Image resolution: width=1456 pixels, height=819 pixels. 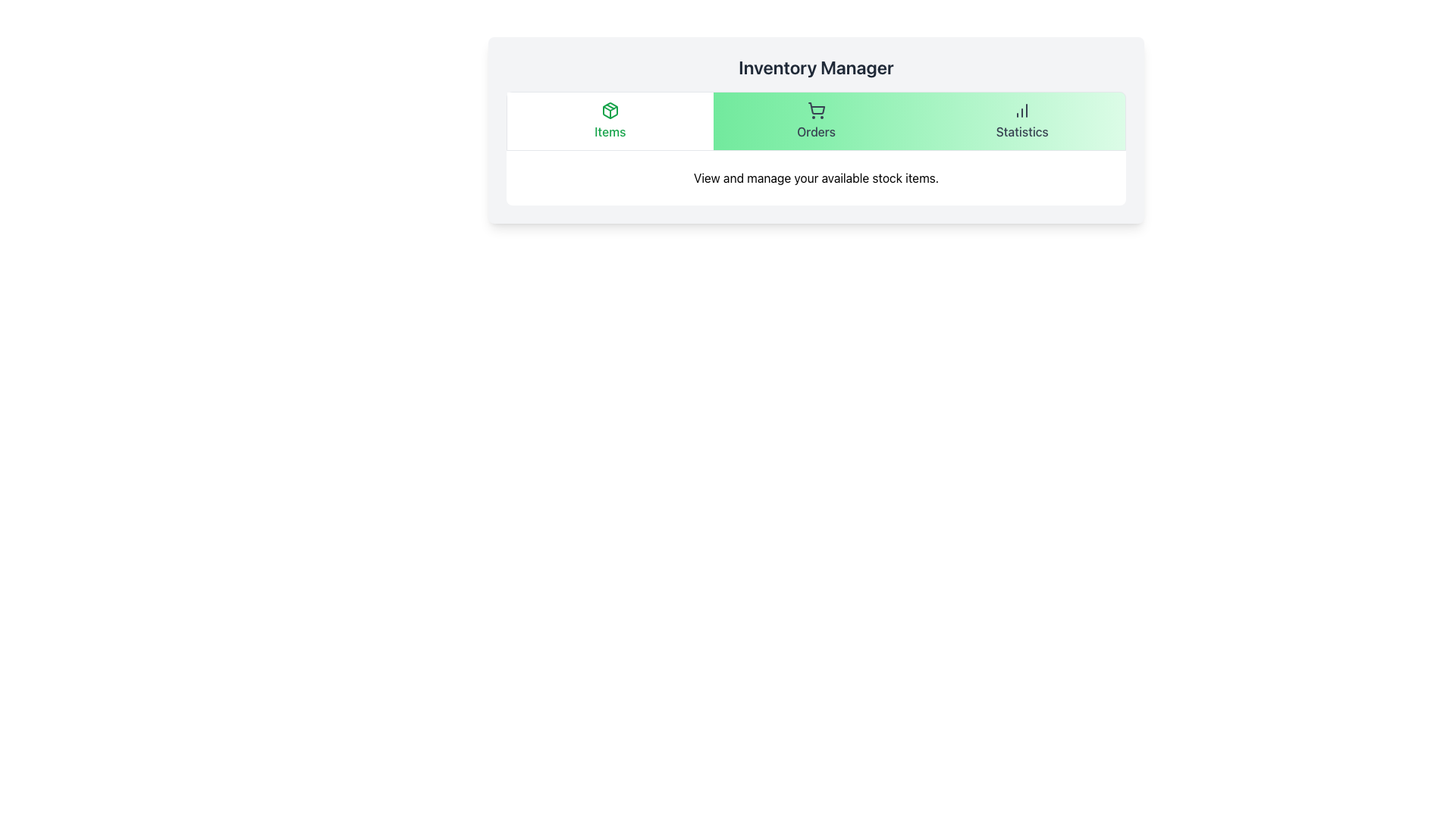 I want to click on the 'Items' button, which features a cubic box icon and green text, so click(x=610, y=120).